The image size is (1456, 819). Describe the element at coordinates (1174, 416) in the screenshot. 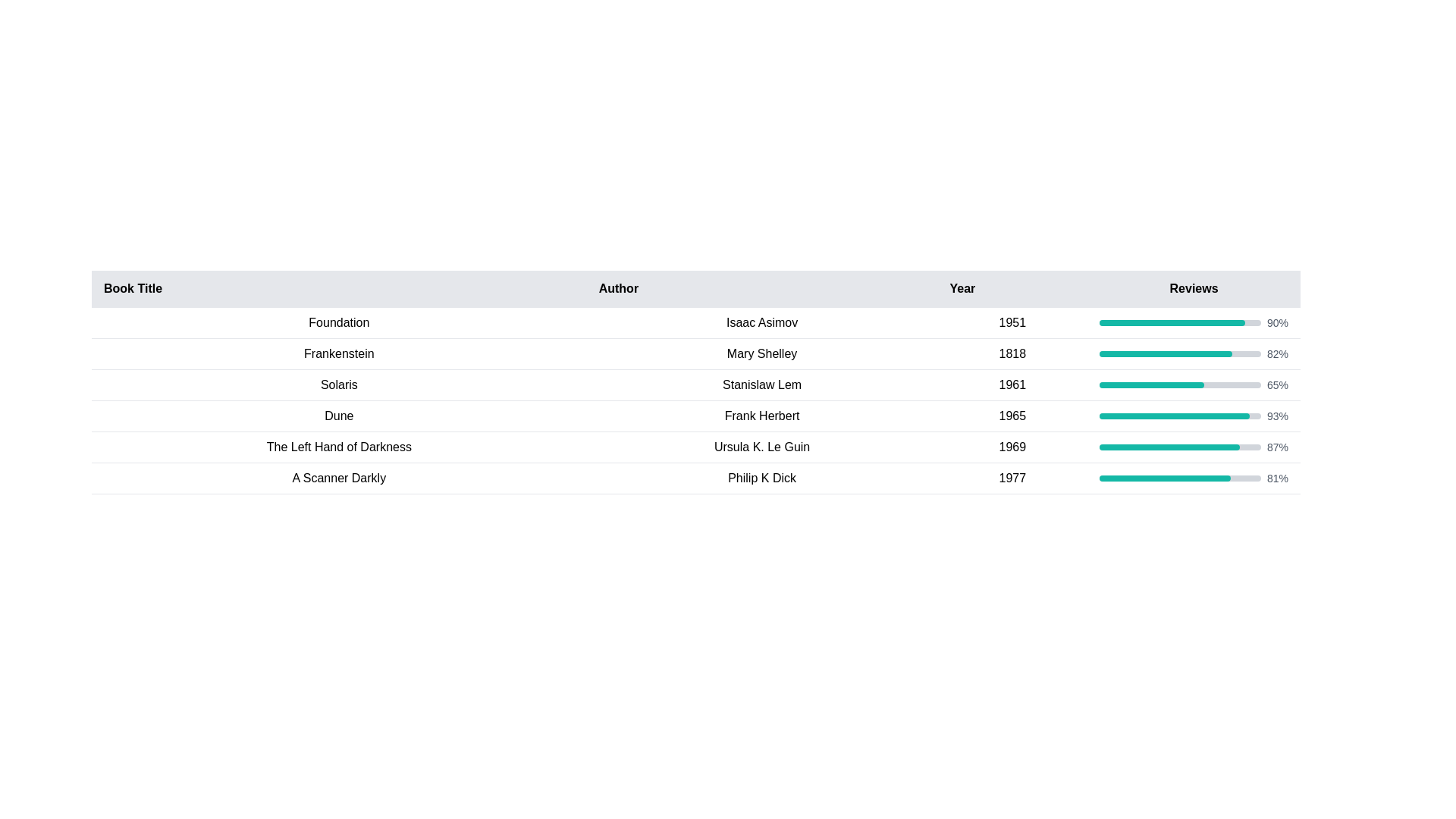

I see `the teal progress bar located in the fourth row of the tabular layout under the 'Reviews' column` at that location.